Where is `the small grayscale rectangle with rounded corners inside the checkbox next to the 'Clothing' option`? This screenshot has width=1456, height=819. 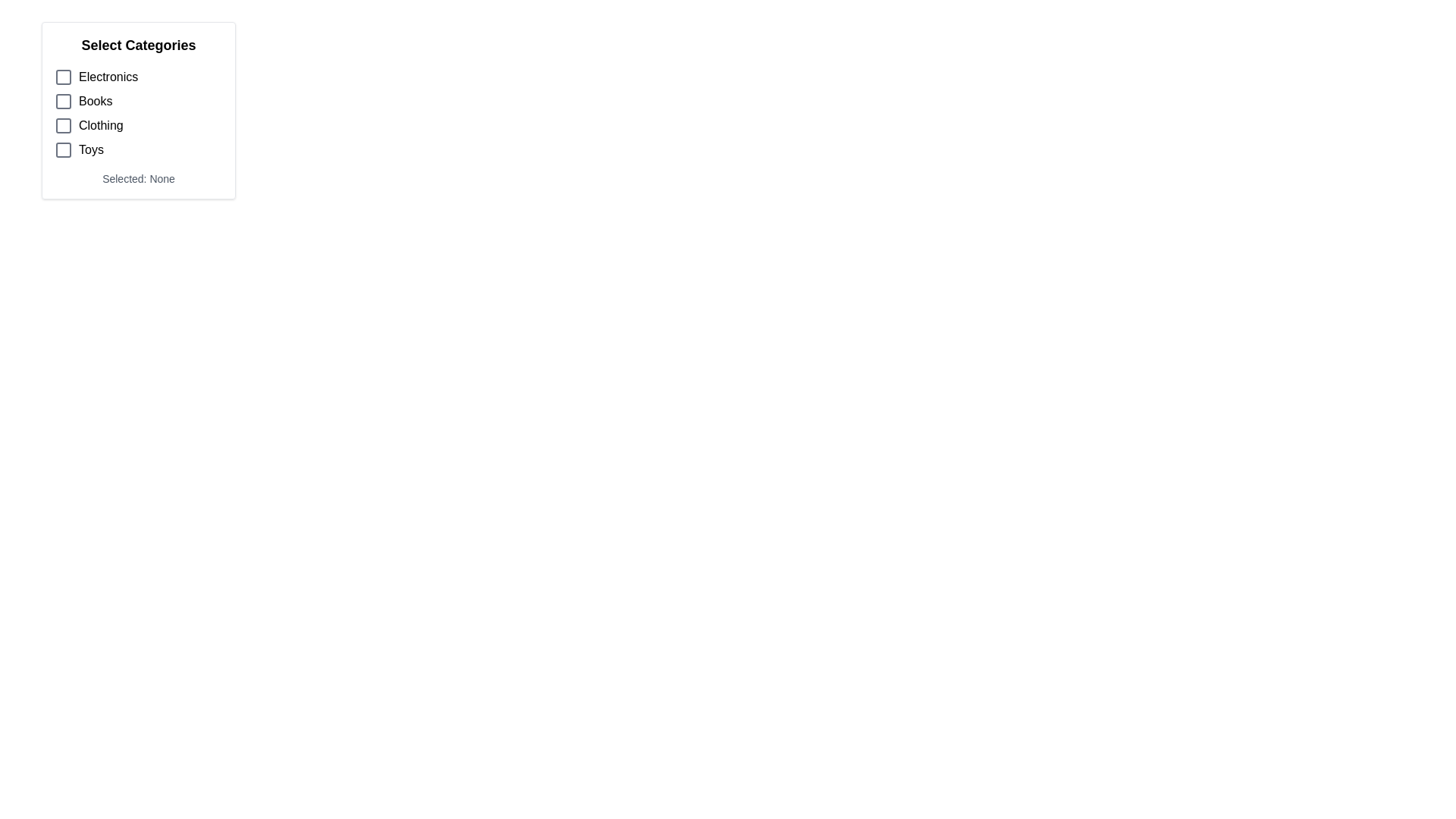
the small grayscale rectangle with rounded corners inside the checkbox next to the 'Clothing' option is located at coordinates (62, 124).